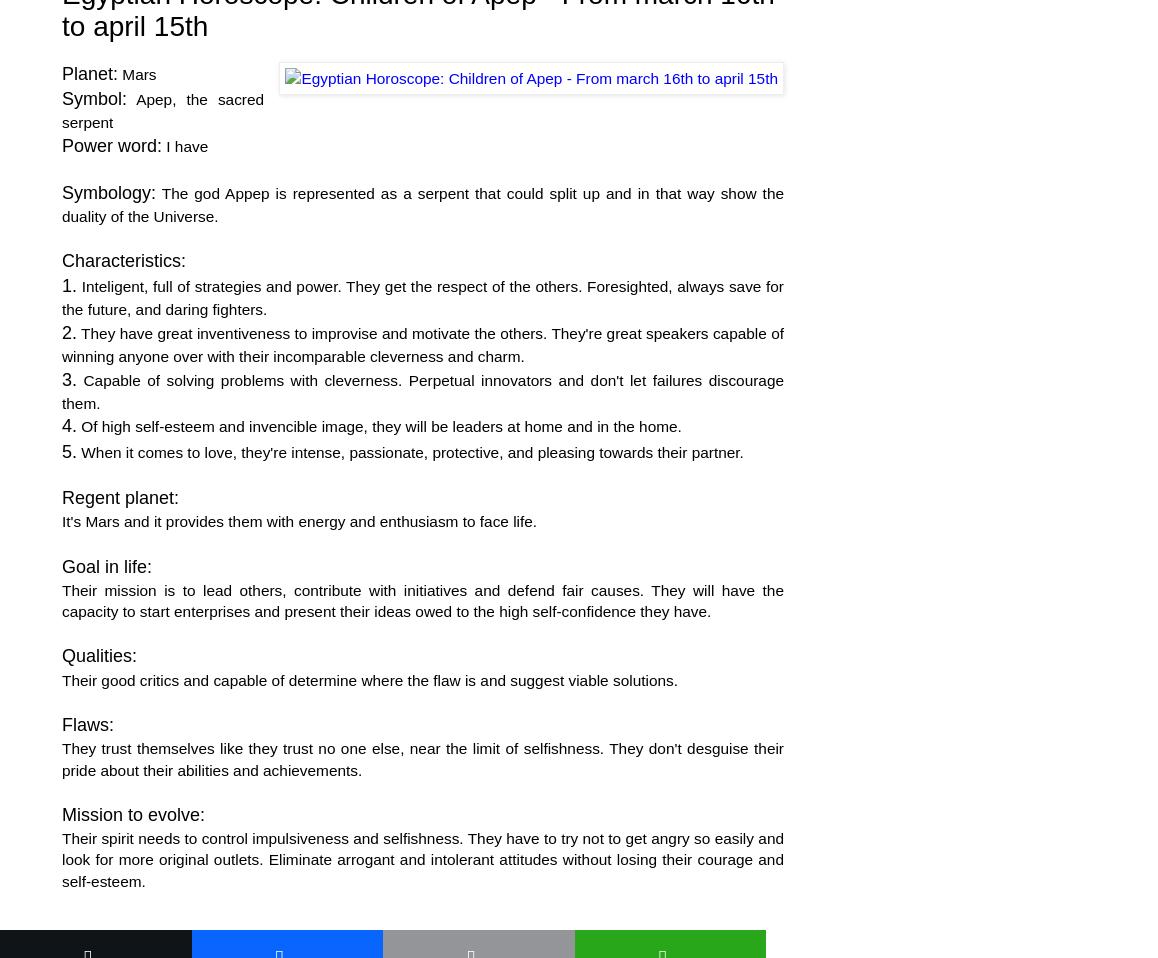  Describe the element at coordinates (162, 111) in the screenshot. I see `'Apep, the sacred serpent'` at that location.